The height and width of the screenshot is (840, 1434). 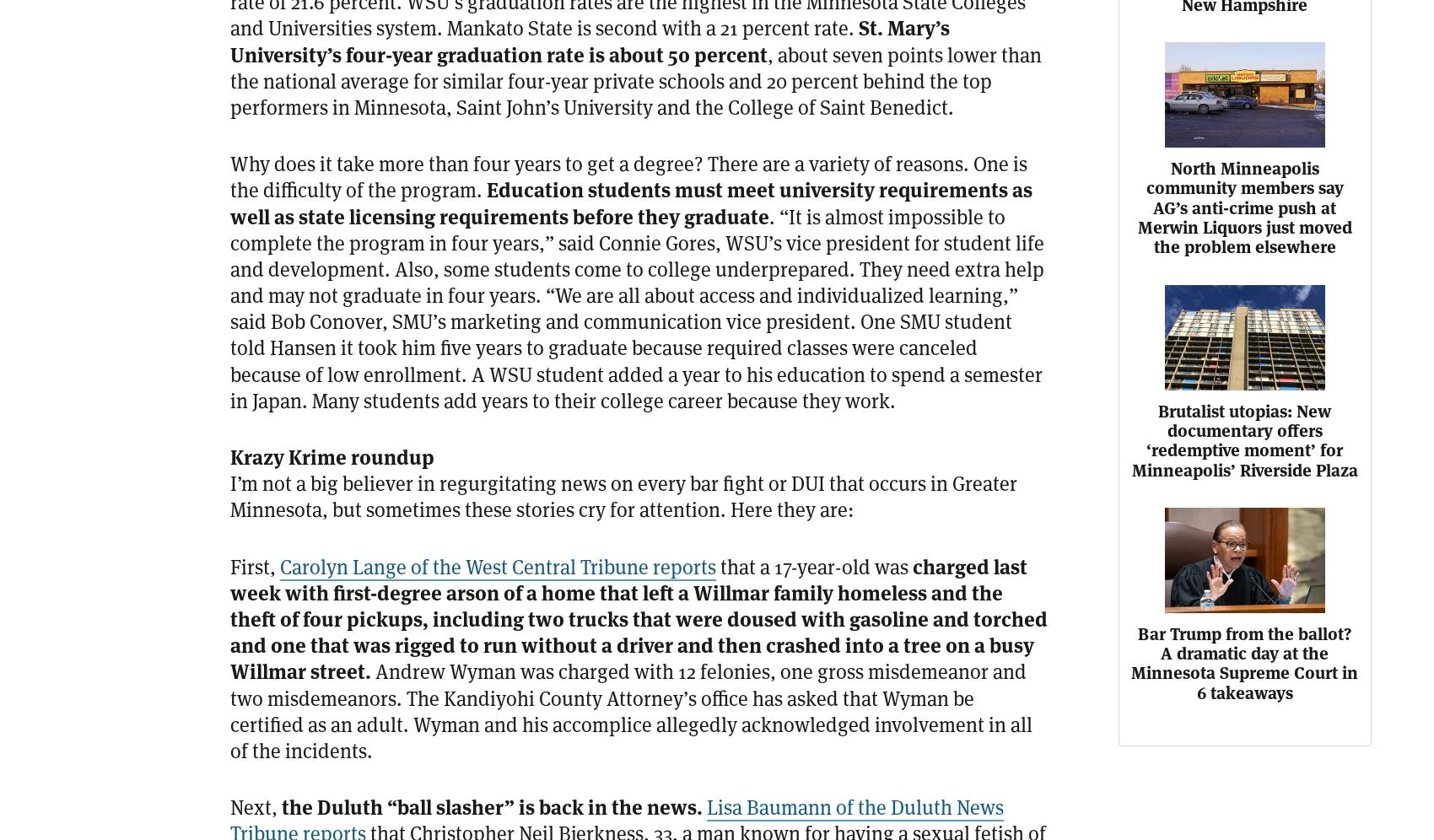 I want to click on 'Carolyn Lange of the West Central Tribune reports', so click(x=497, y=566).